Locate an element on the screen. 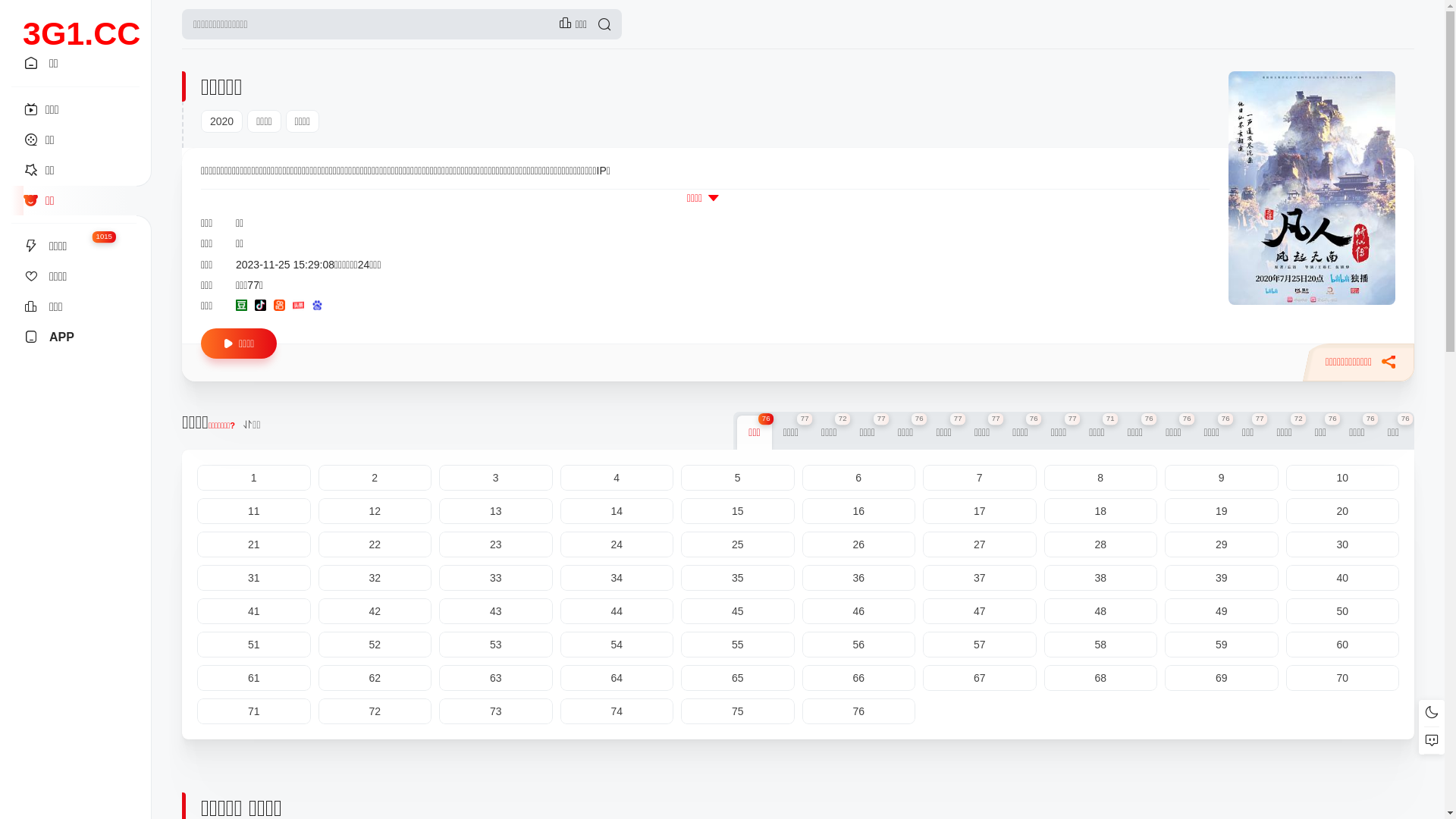  '16' is located at coordinates (801, 511).